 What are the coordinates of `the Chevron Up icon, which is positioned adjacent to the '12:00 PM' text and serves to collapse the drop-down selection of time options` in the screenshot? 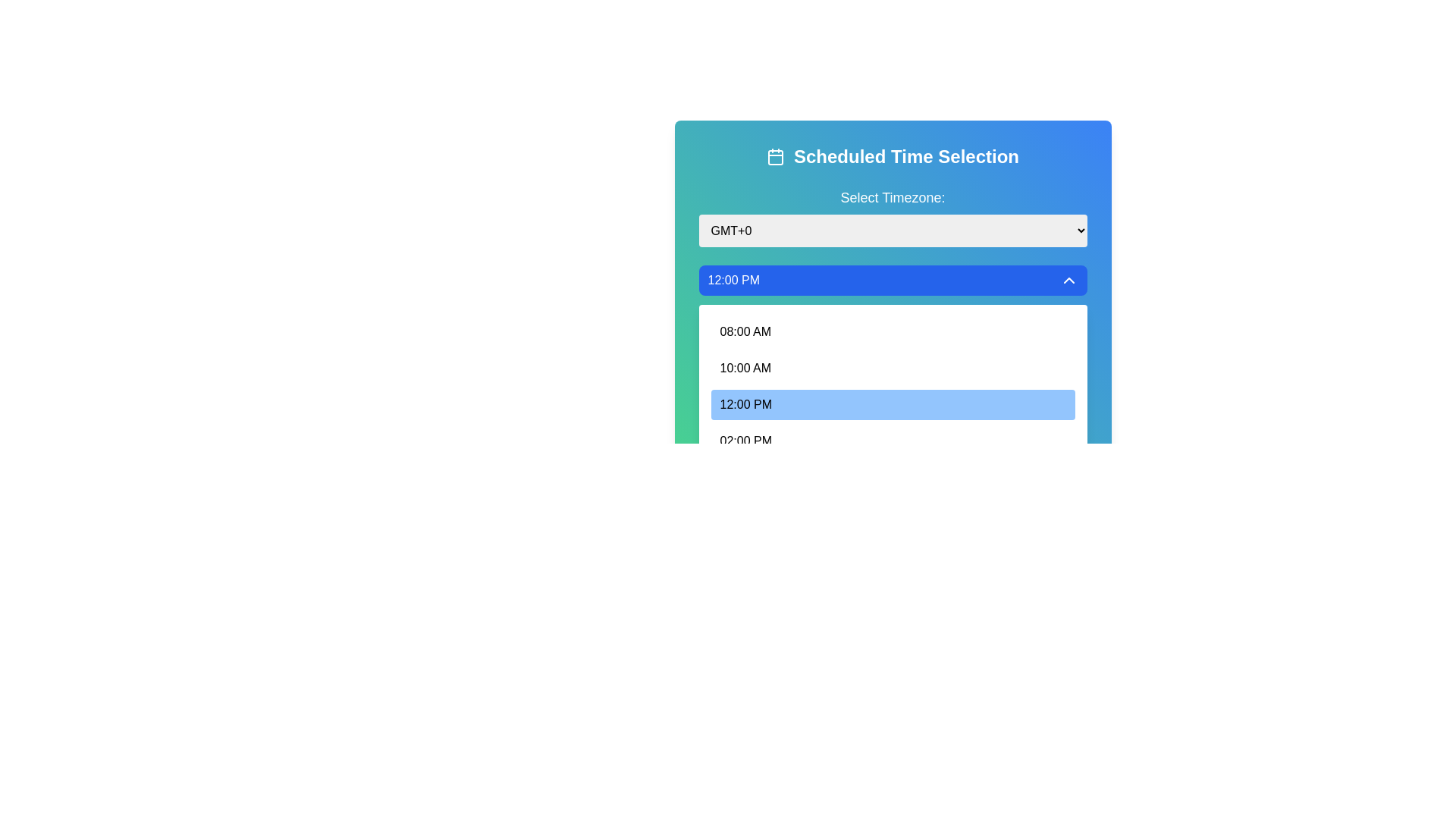 It's located at (1068, 281).